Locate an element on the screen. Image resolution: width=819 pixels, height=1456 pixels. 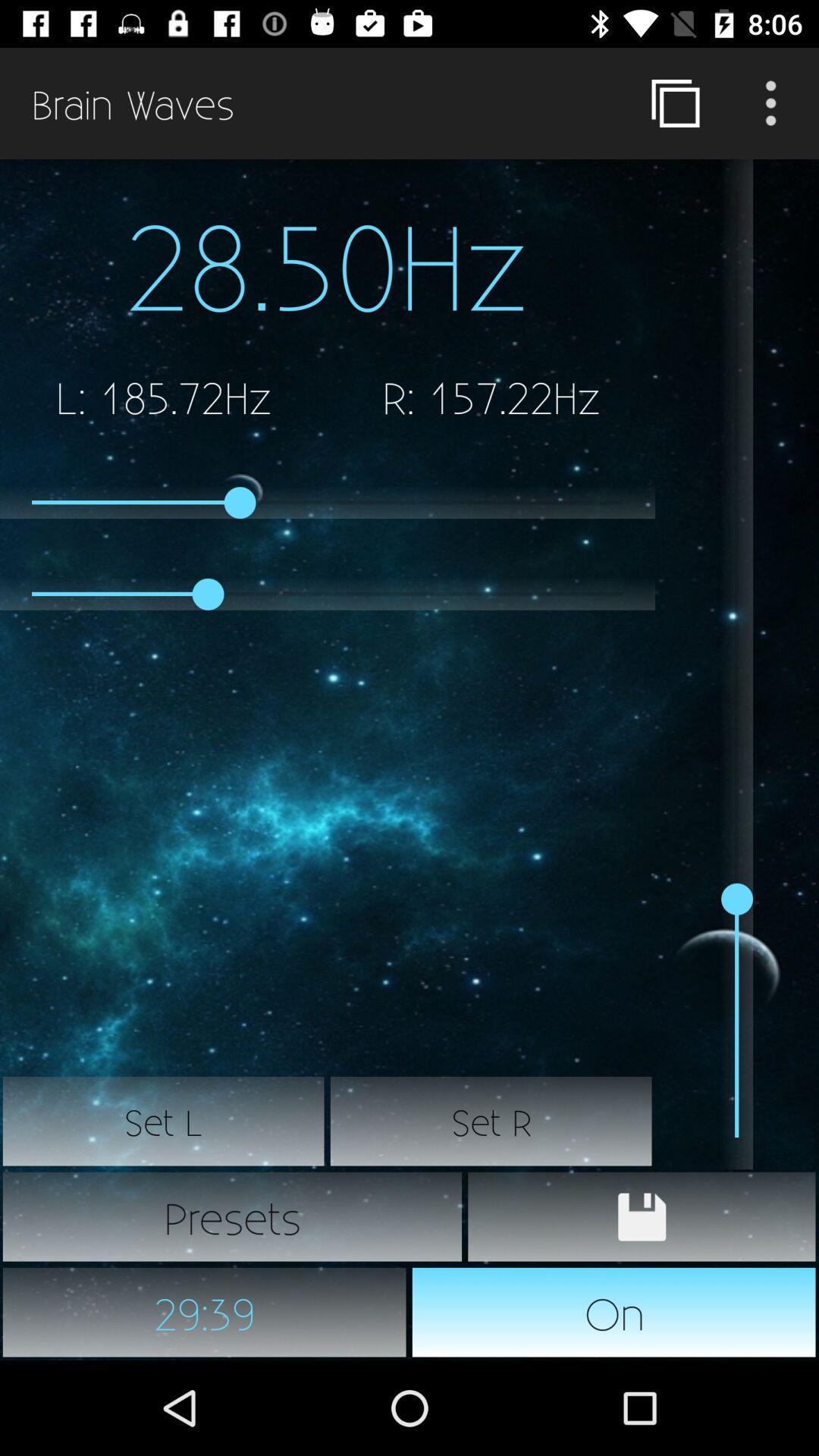
button is located at coordinates (642, 1216).